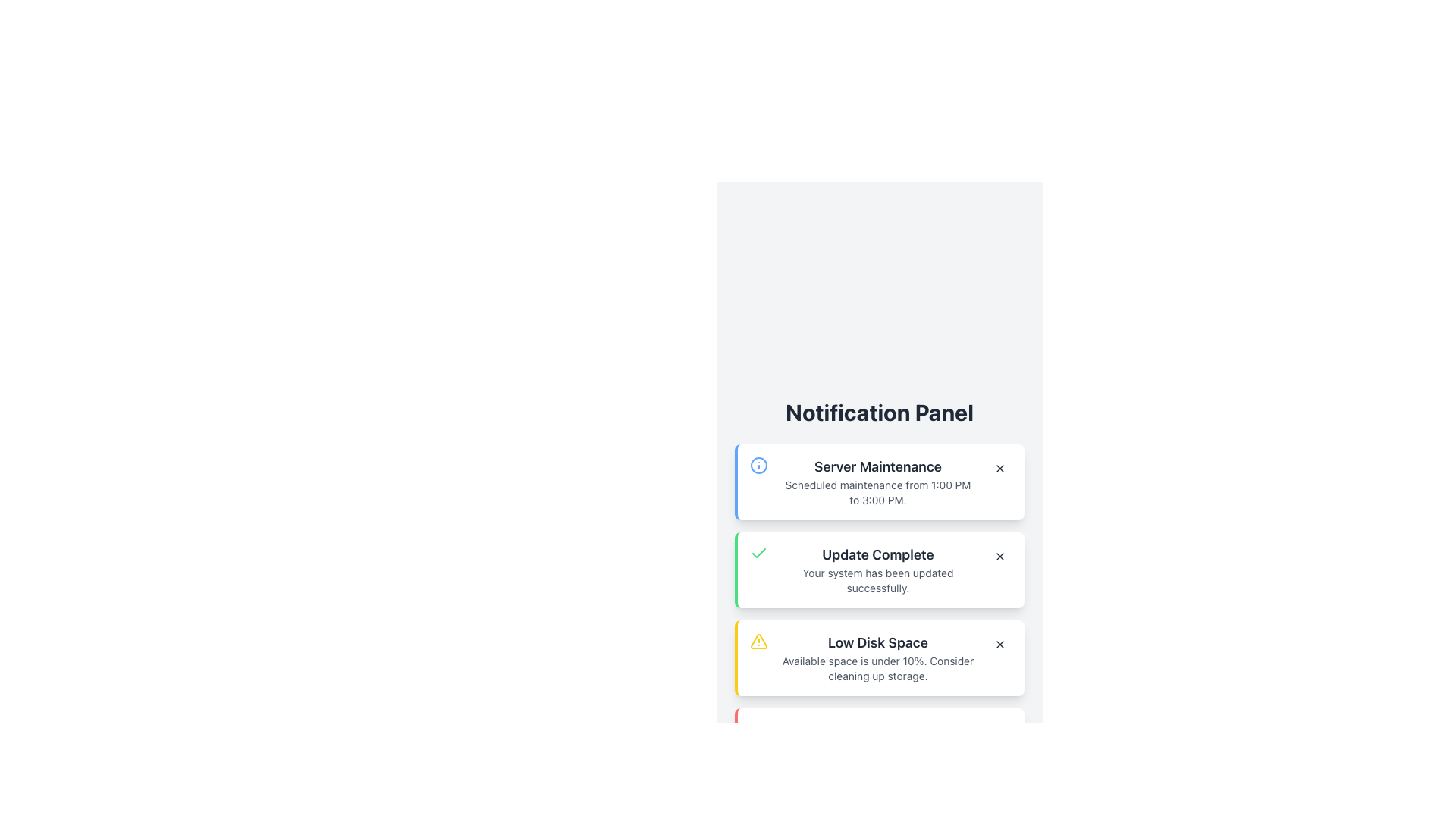 The height and width of the screenshot is (819, 1456). I want to click on the Notification Box that displays server maintenance messages, located at the top left of the notification panel, so click(880, 482).